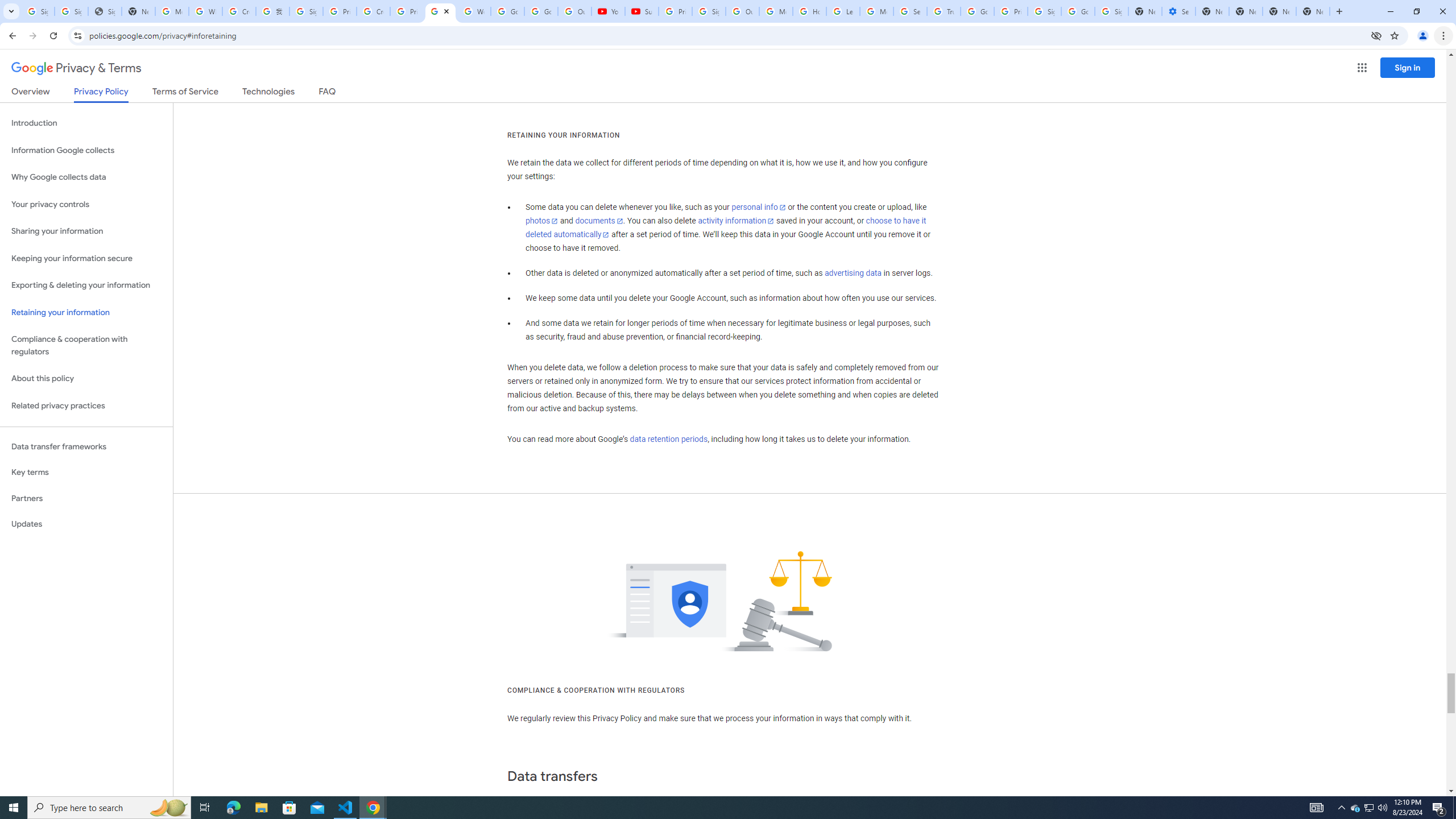 The width and height of the screenshot is (1456, 819). I want to click on 'personal info', so click(758, 207).